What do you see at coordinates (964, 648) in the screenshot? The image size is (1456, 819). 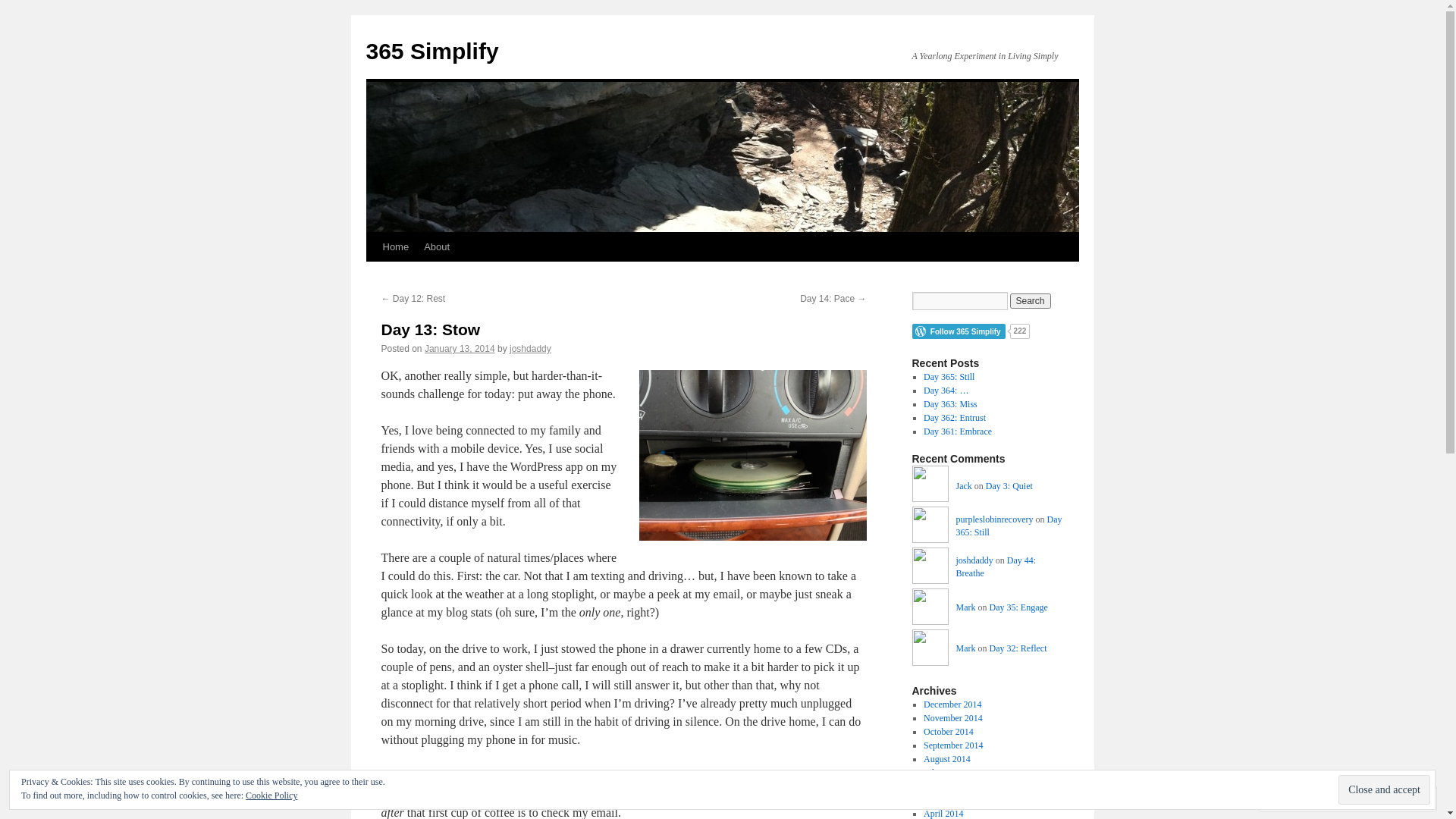 I see `'Mark'` at bounding box center [964, 648].